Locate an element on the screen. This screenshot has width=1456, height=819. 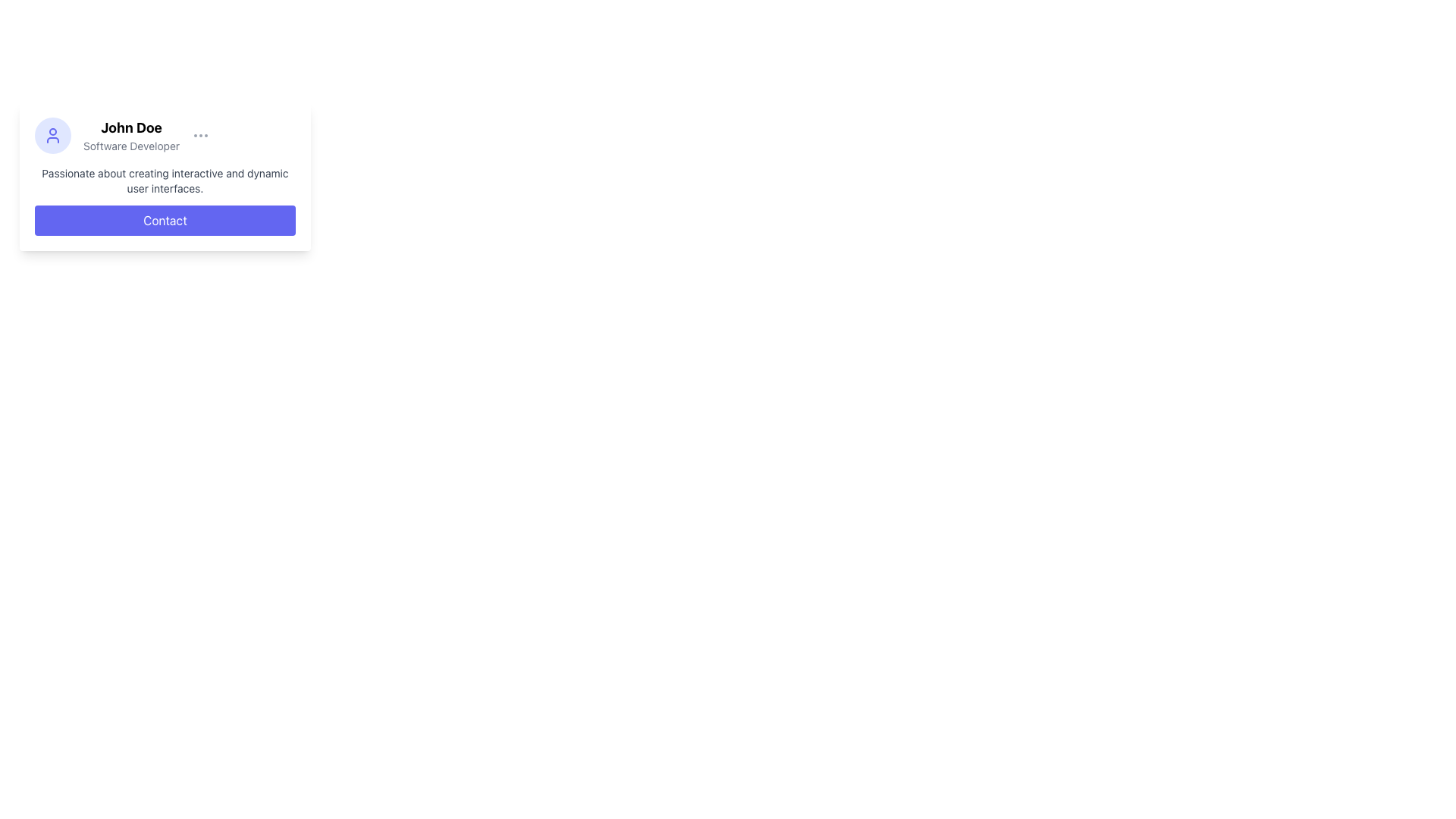
the Text Label that provides additional information about a person or entity, specifically their professional title or role, located below 'John Doe' in the left-central card-like component is located at coordinates (131, 146).